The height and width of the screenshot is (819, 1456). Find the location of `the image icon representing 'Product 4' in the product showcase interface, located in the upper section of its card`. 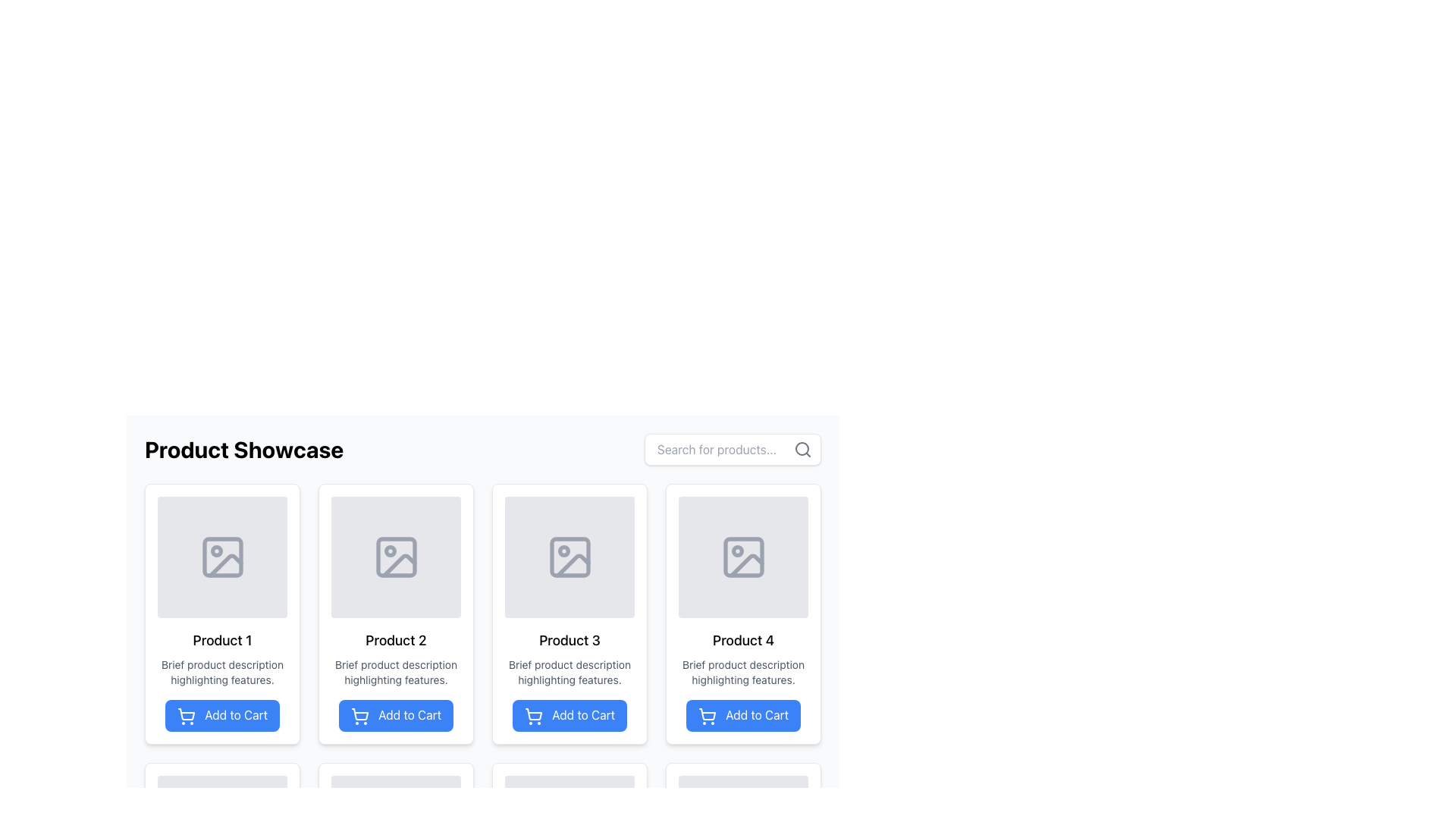

the image icon representing 'Product 4' in the product showcase interface, located in the upper section of its card is located at coordinates (743, 557).